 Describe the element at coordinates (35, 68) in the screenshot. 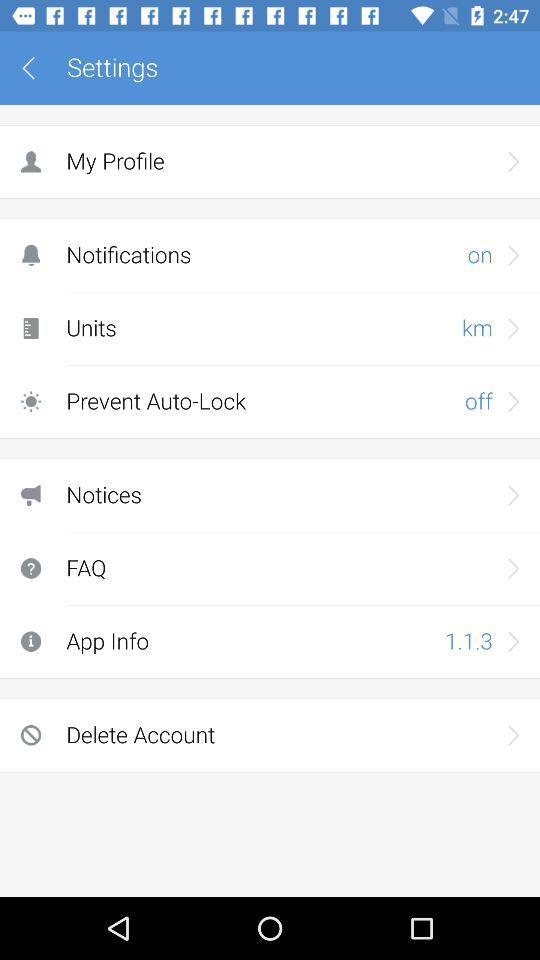

I see `app next to settings app` at that location.